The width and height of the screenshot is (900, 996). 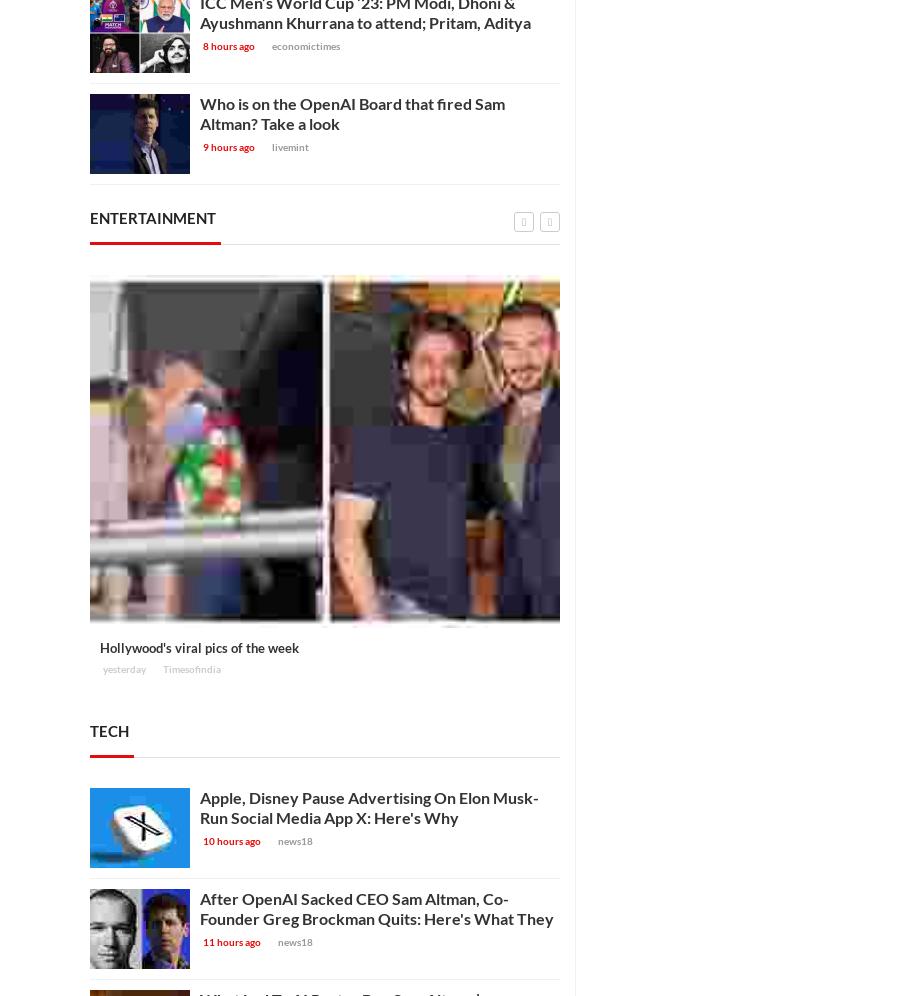 What do you see at coordinates (199, 646) in the screenshot?
I see `'Hollywood's viral pics of the week'` at bounding box center [199, 646].